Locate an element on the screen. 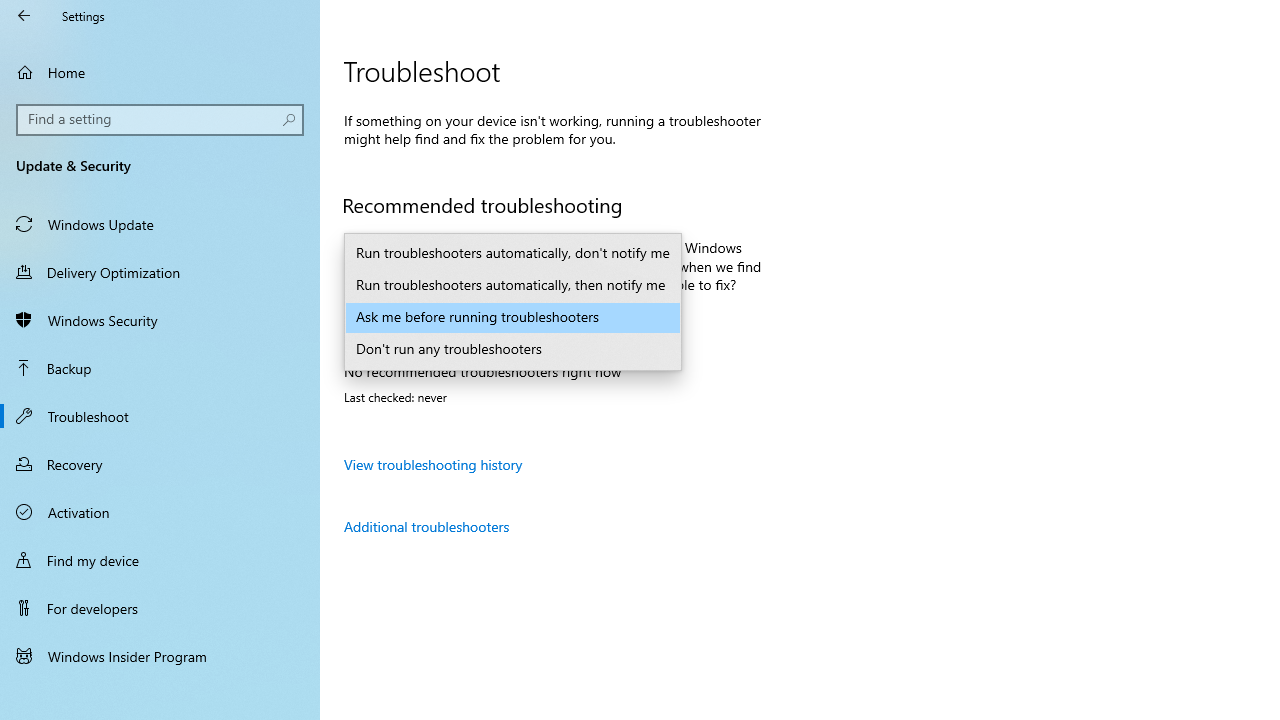 The height and width of the screenshot is (720, 1280). 'Recovery' is located at coordinates (160, 464).